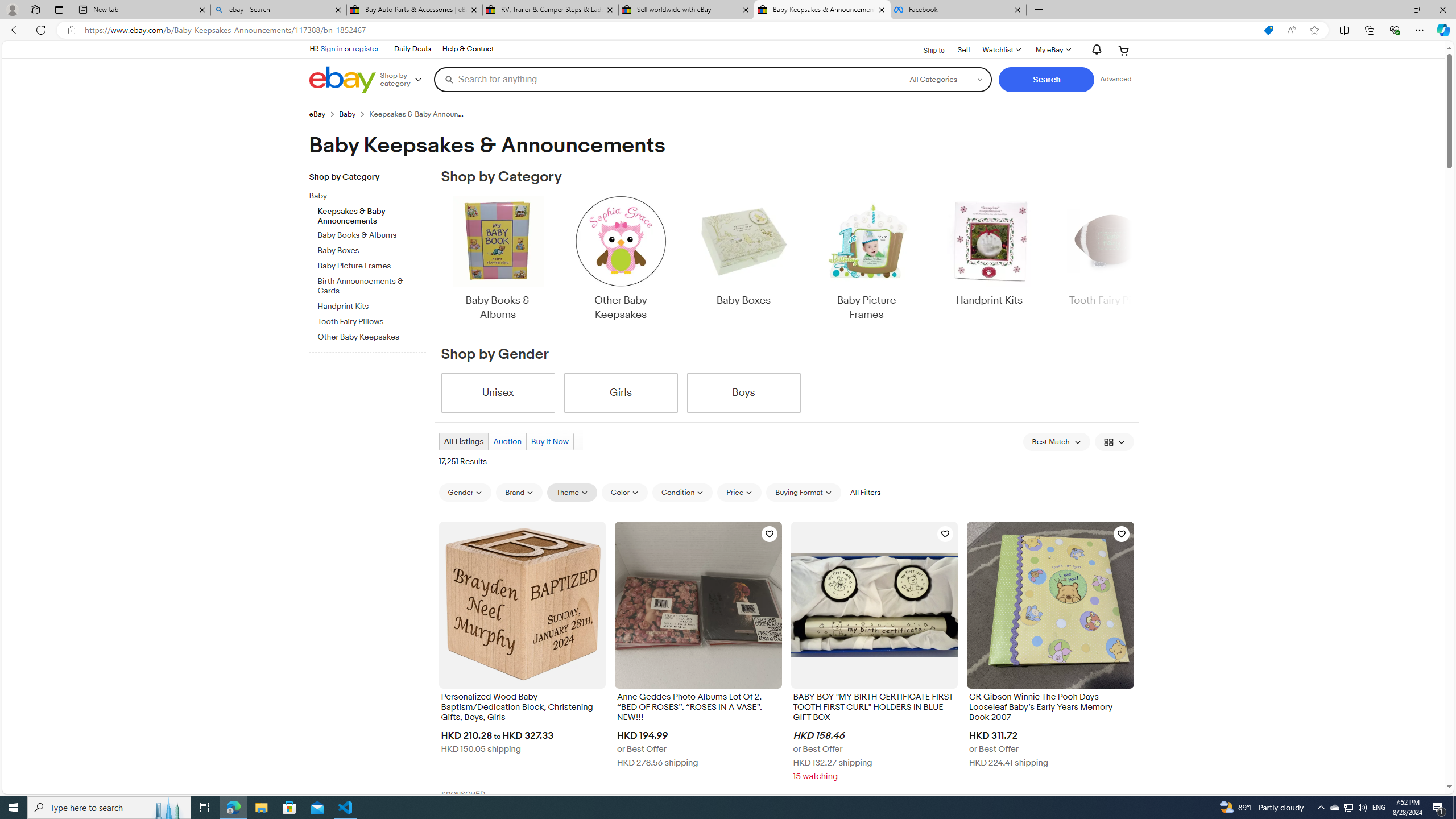  I want to click on 'Search for anything', so click(666, 78).